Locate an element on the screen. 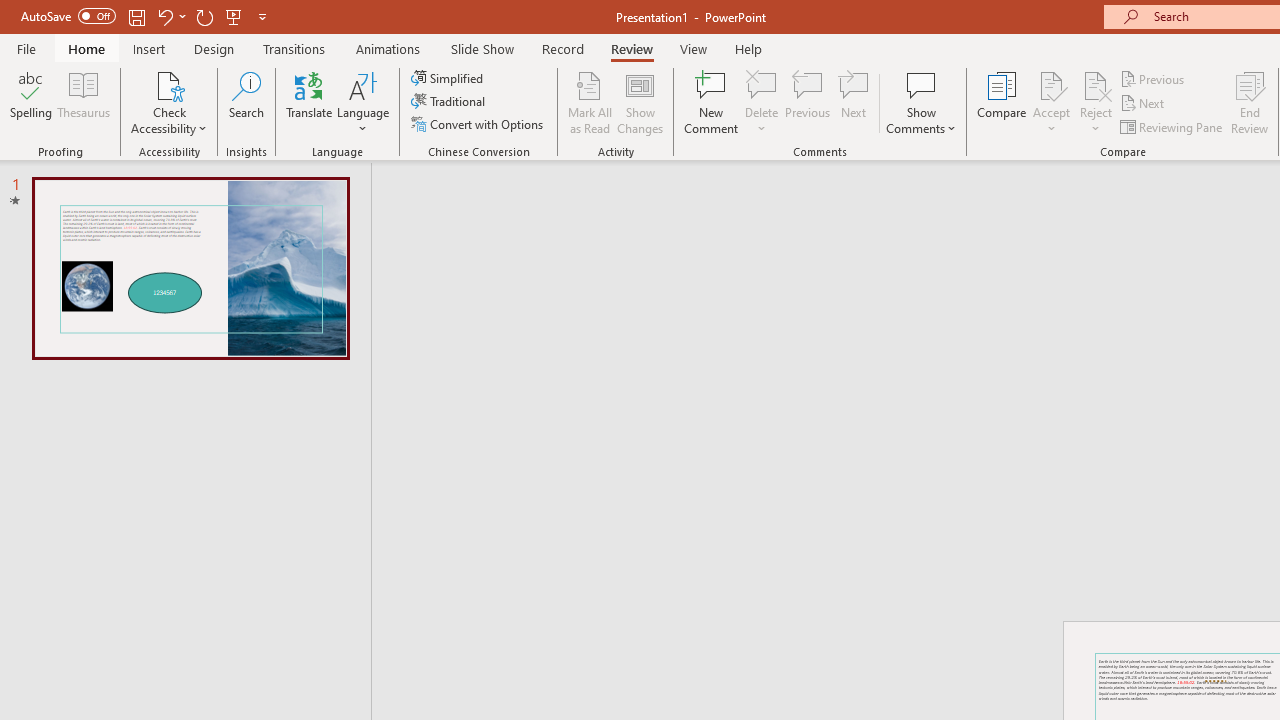 The height and width of the screenshot is (720, 1280). 'Compare' is located at coordinates (1002, 103).